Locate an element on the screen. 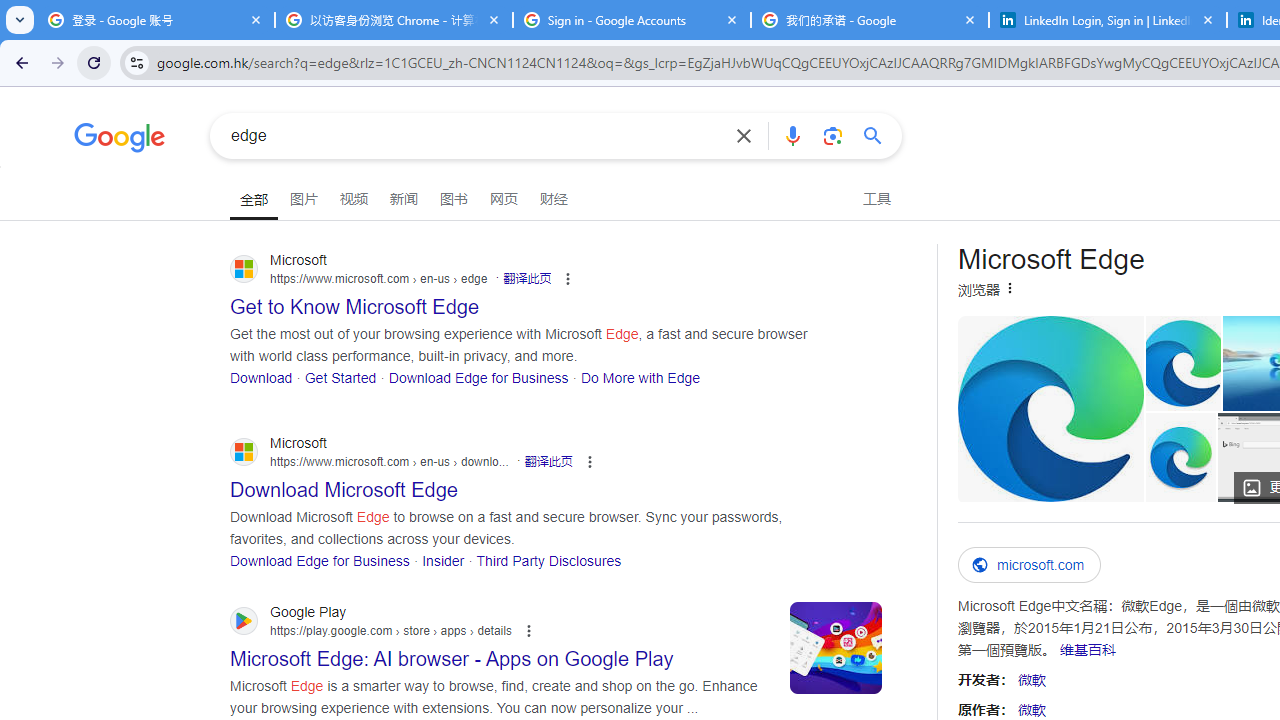 The image size is (1280, 720). 'Get Started' is located at coordinates (341, 377).